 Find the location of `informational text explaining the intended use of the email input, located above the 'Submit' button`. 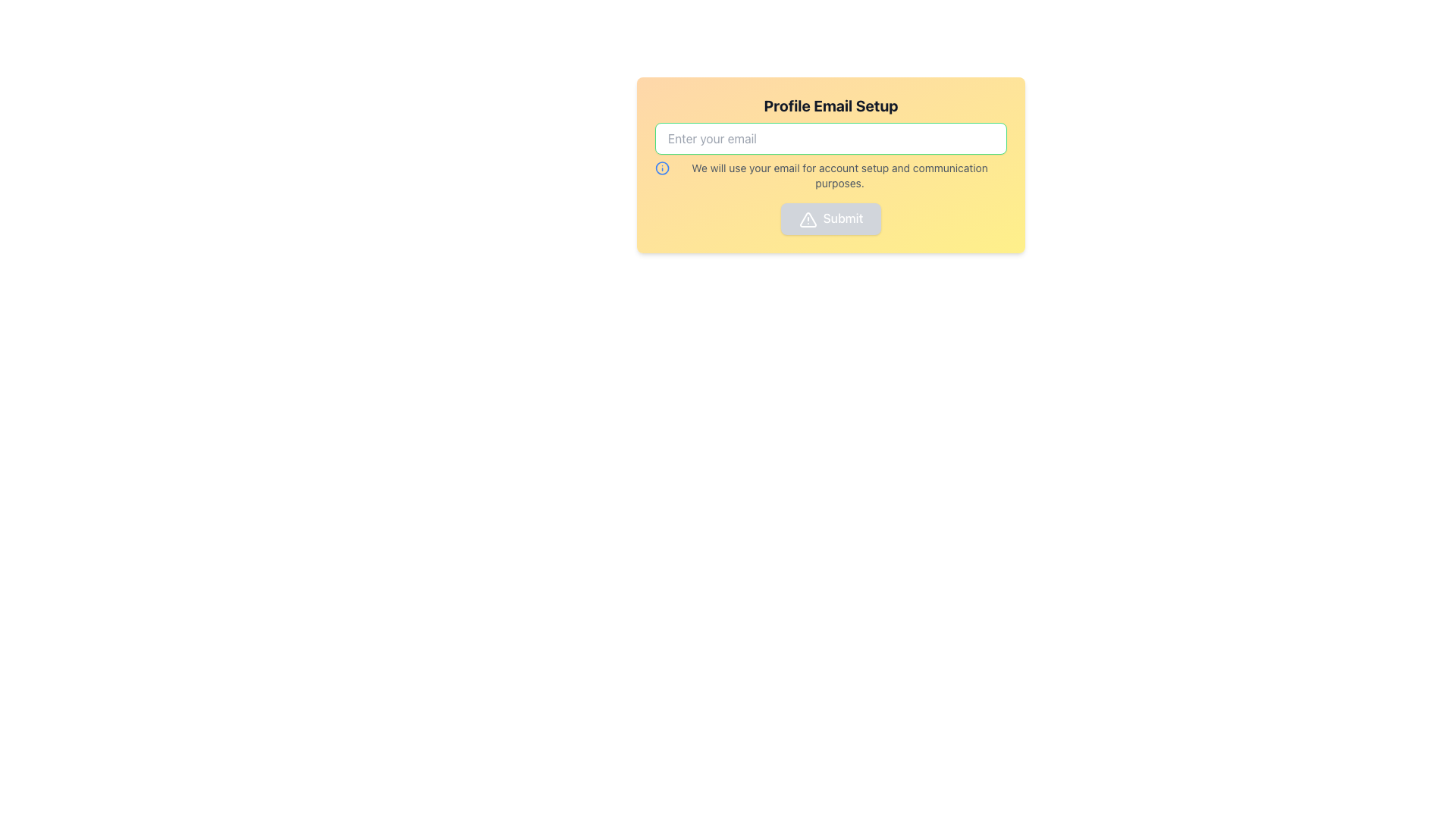

informational text explaining the intended use of the email input, located above the 'Submit' button is located at coordinates (839, 174).